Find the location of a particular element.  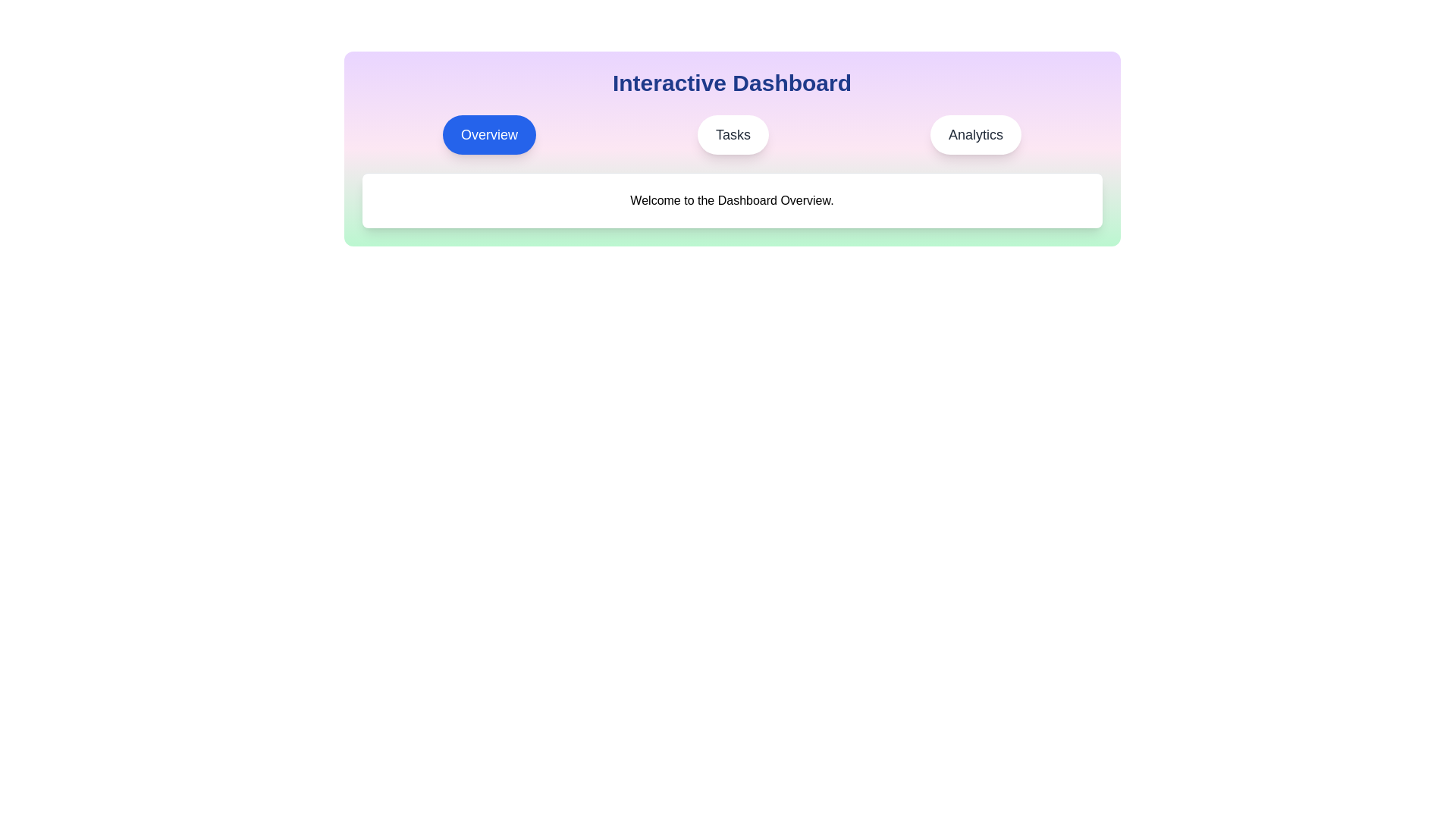

the tab labeled Overview is located at coordinates (489, 133).